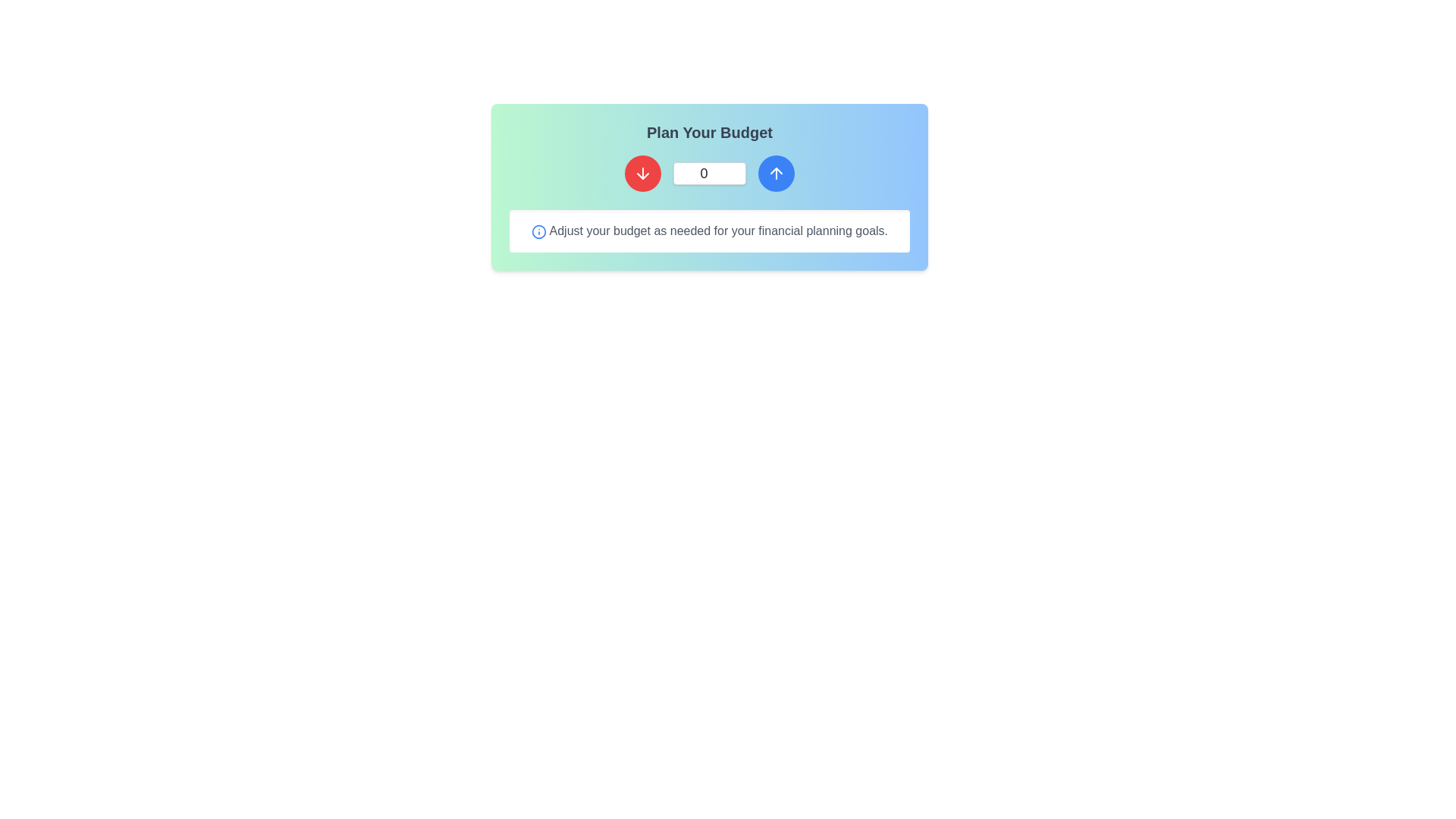  Describe the element at coordinates (776, 172) in the screenshot. I see `the upward arrow icon embedded in a blue circular button located on the right side of the layout` at that location.